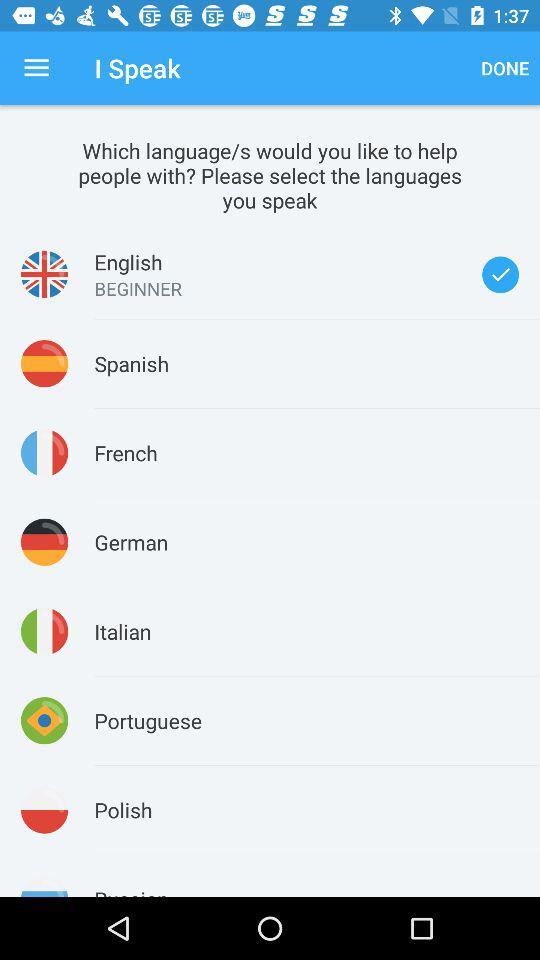  Describe the element at coordinates (44, 720) in the screenshot. I see `the icon left to portuguese` at that location.